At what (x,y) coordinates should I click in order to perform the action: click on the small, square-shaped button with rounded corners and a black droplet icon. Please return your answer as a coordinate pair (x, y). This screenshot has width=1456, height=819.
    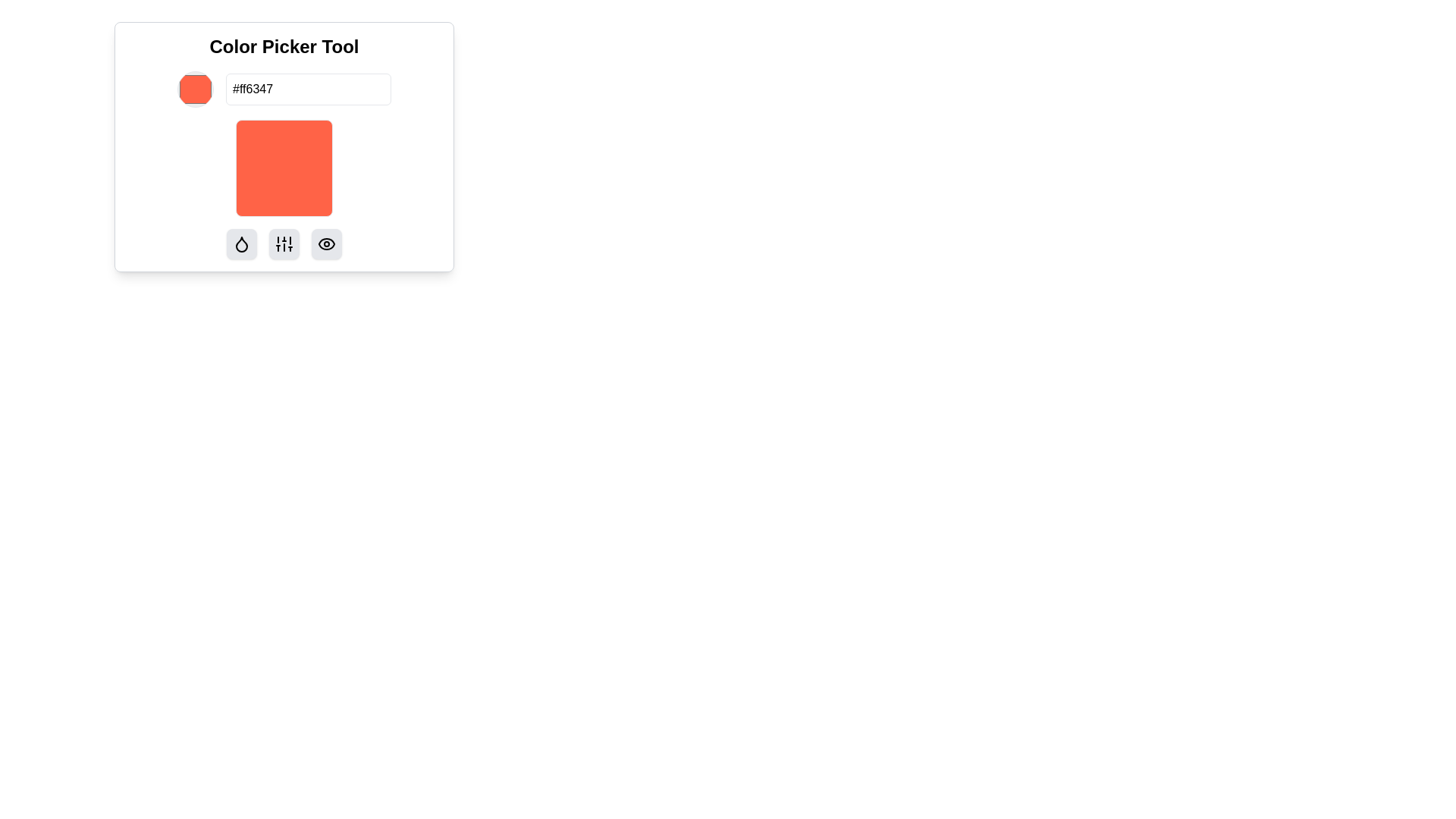
    Looking at the image, I should click on (240, 243).